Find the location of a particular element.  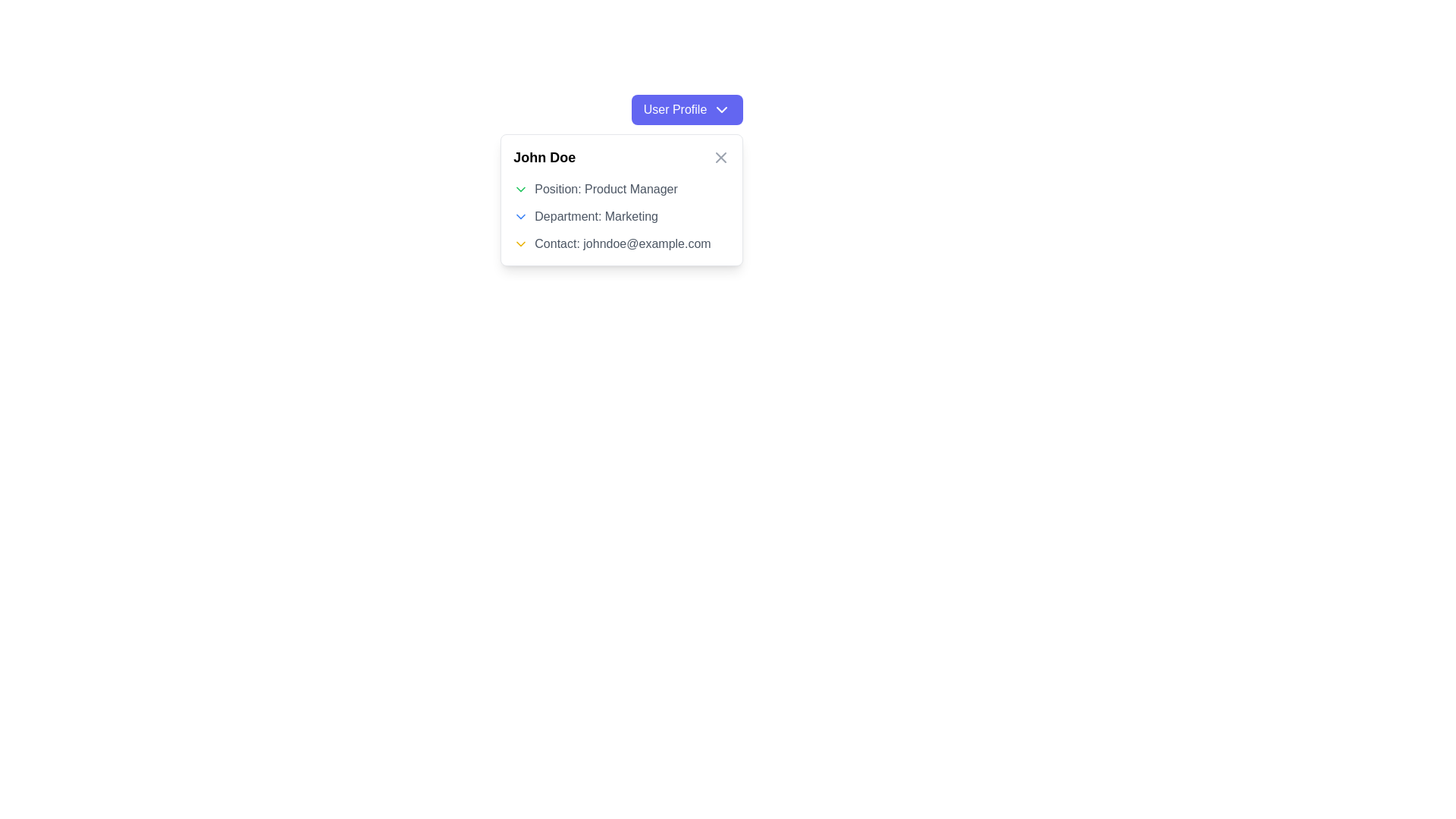

the downward-facing chevron icon with a yellow stroke next to the text 'Contact: johndoe@example.com' is located at coordinates (521, 243).